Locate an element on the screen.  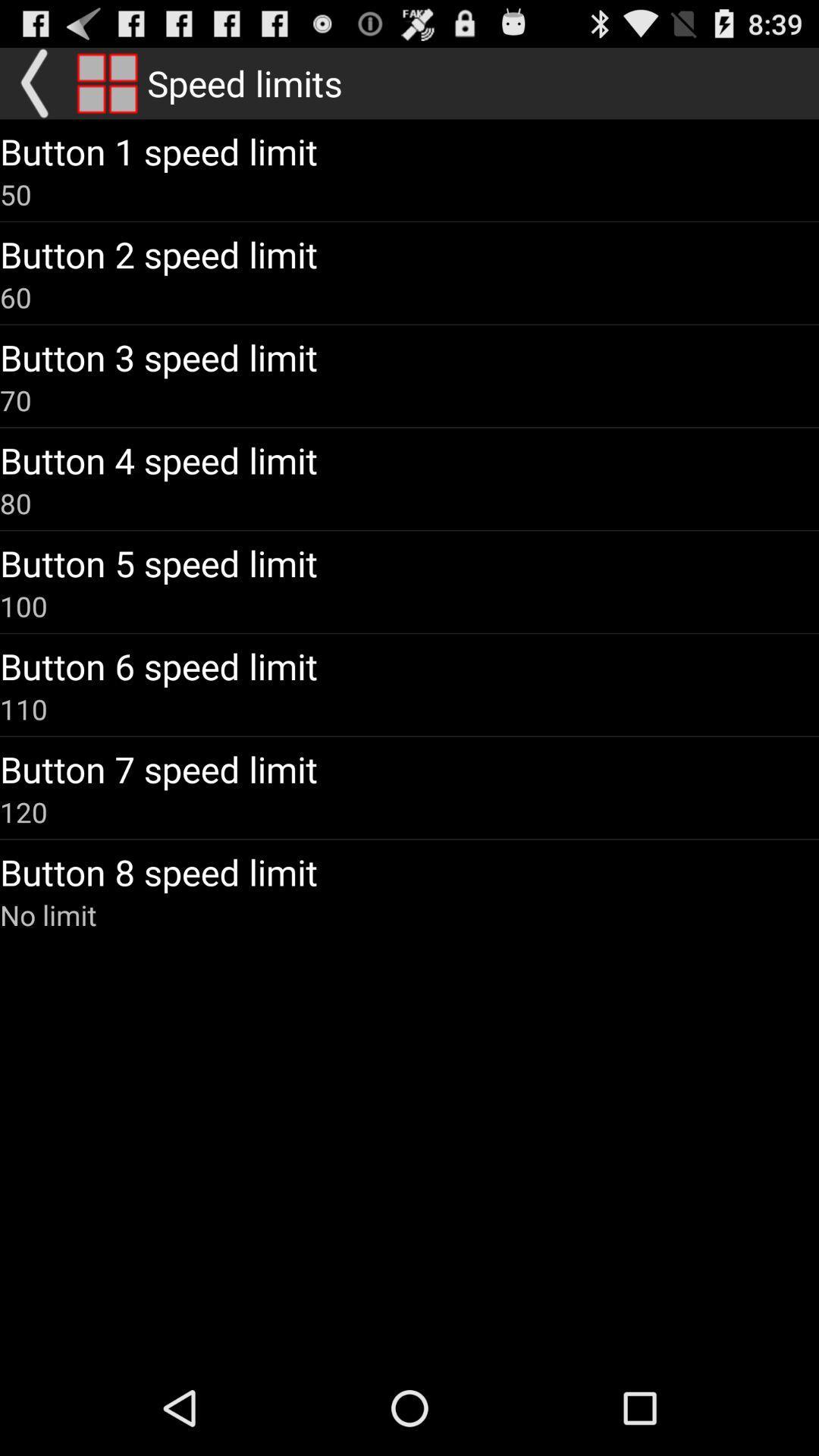
110 item is located at coordinates (24, 708).